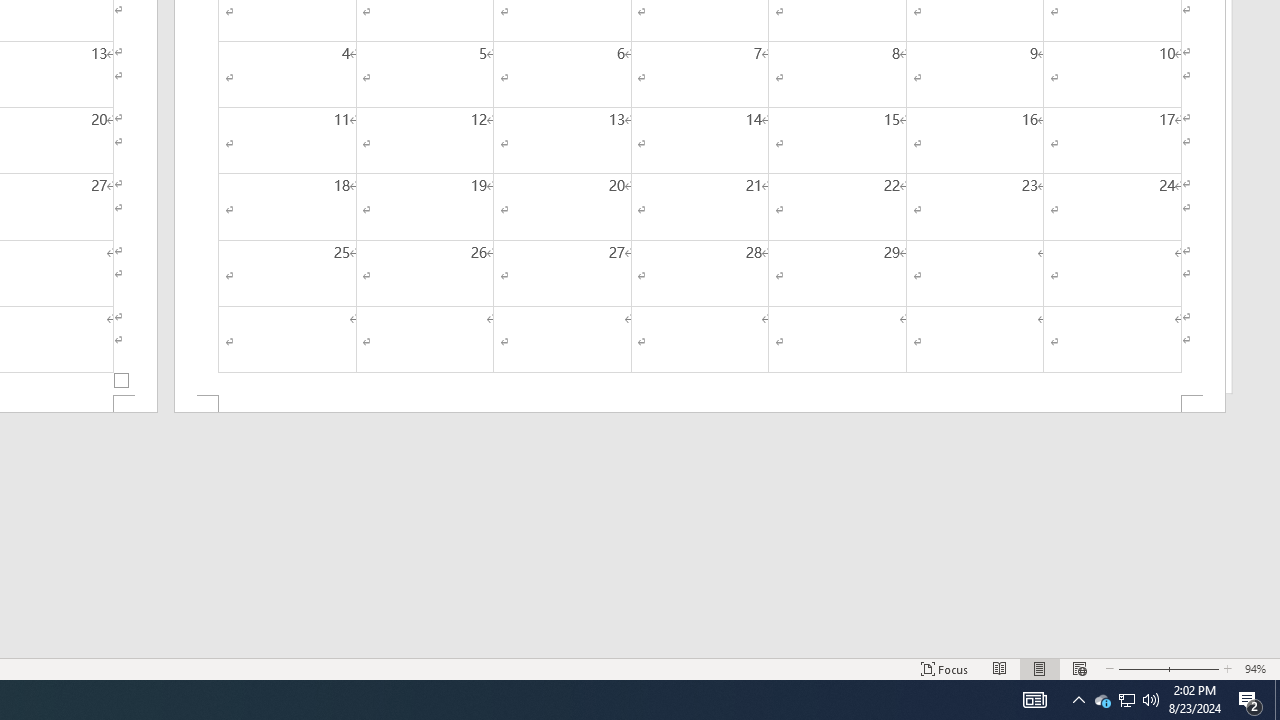 The height and width of the screenshot is (720, 1280). I want to click on 'AutomationID: 4105', so click(1034, 698).